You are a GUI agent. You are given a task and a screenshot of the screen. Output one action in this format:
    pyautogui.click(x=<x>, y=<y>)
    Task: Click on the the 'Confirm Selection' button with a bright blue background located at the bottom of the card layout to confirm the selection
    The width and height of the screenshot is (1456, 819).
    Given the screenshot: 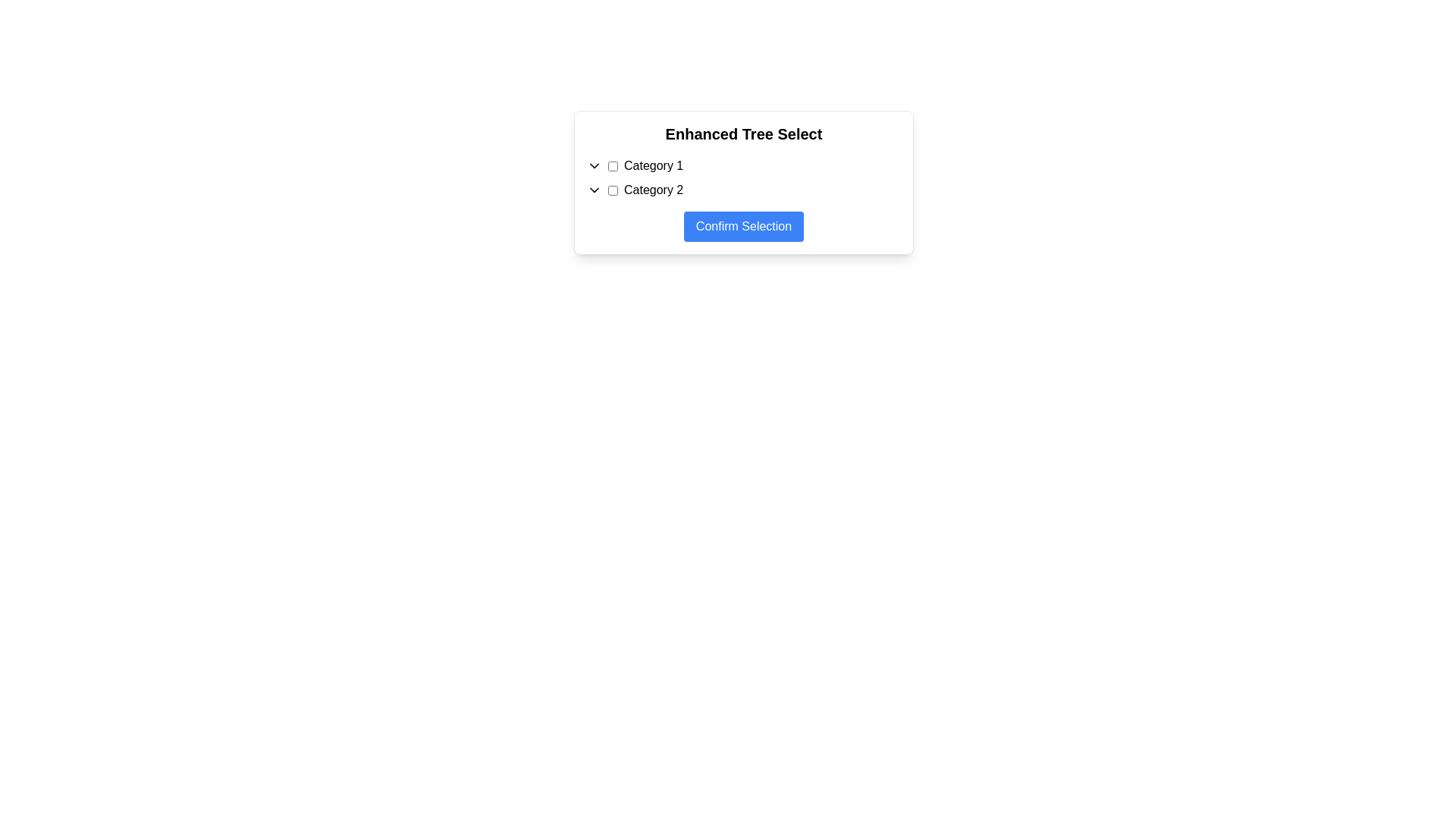 What is the action you would take?
    pyautogui.click(x=743, y=220)
    